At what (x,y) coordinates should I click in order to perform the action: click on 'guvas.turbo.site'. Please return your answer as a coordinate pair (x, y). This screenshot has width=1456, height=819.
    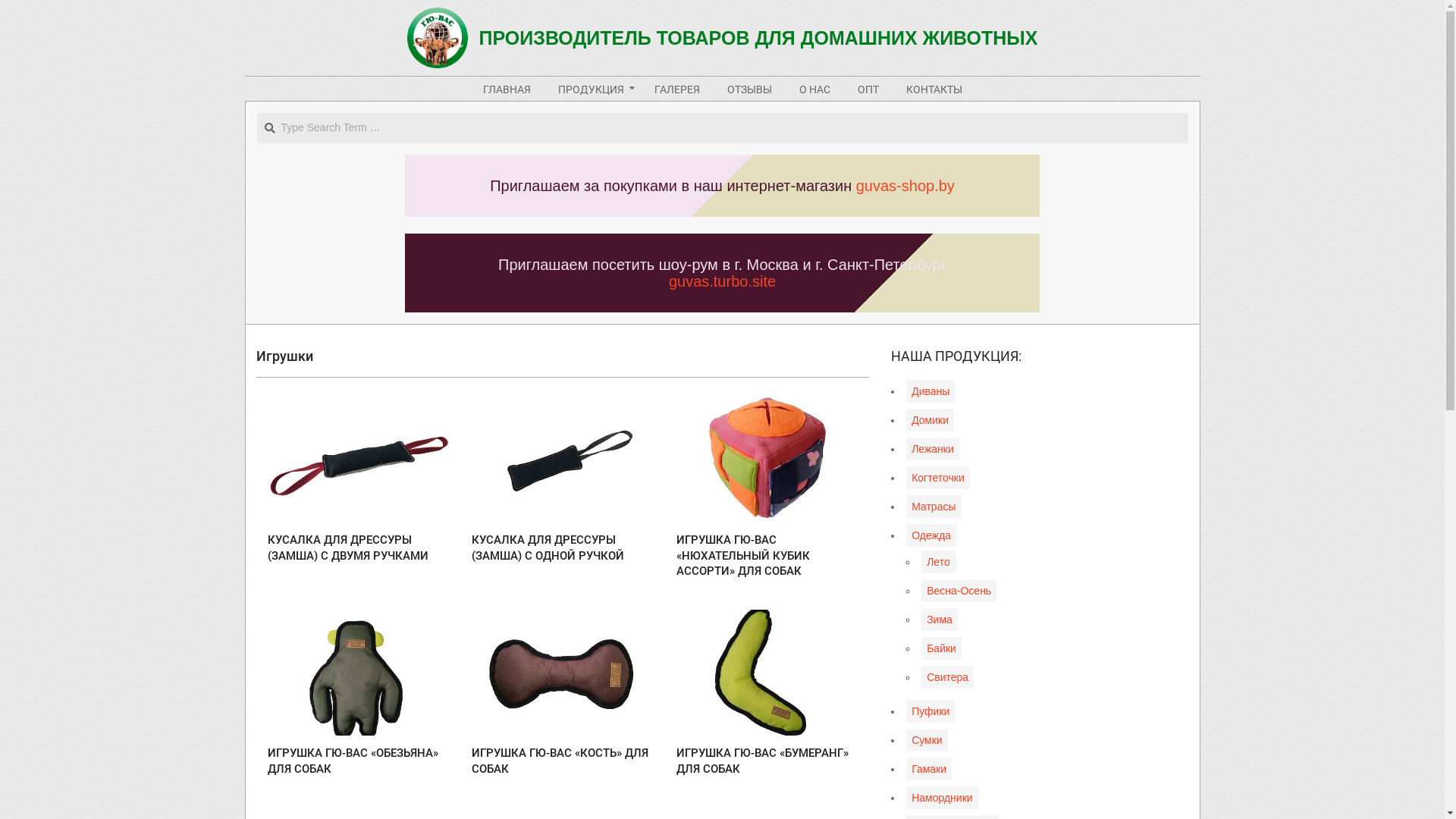
    Looking at the image, I should click on (721, 281).